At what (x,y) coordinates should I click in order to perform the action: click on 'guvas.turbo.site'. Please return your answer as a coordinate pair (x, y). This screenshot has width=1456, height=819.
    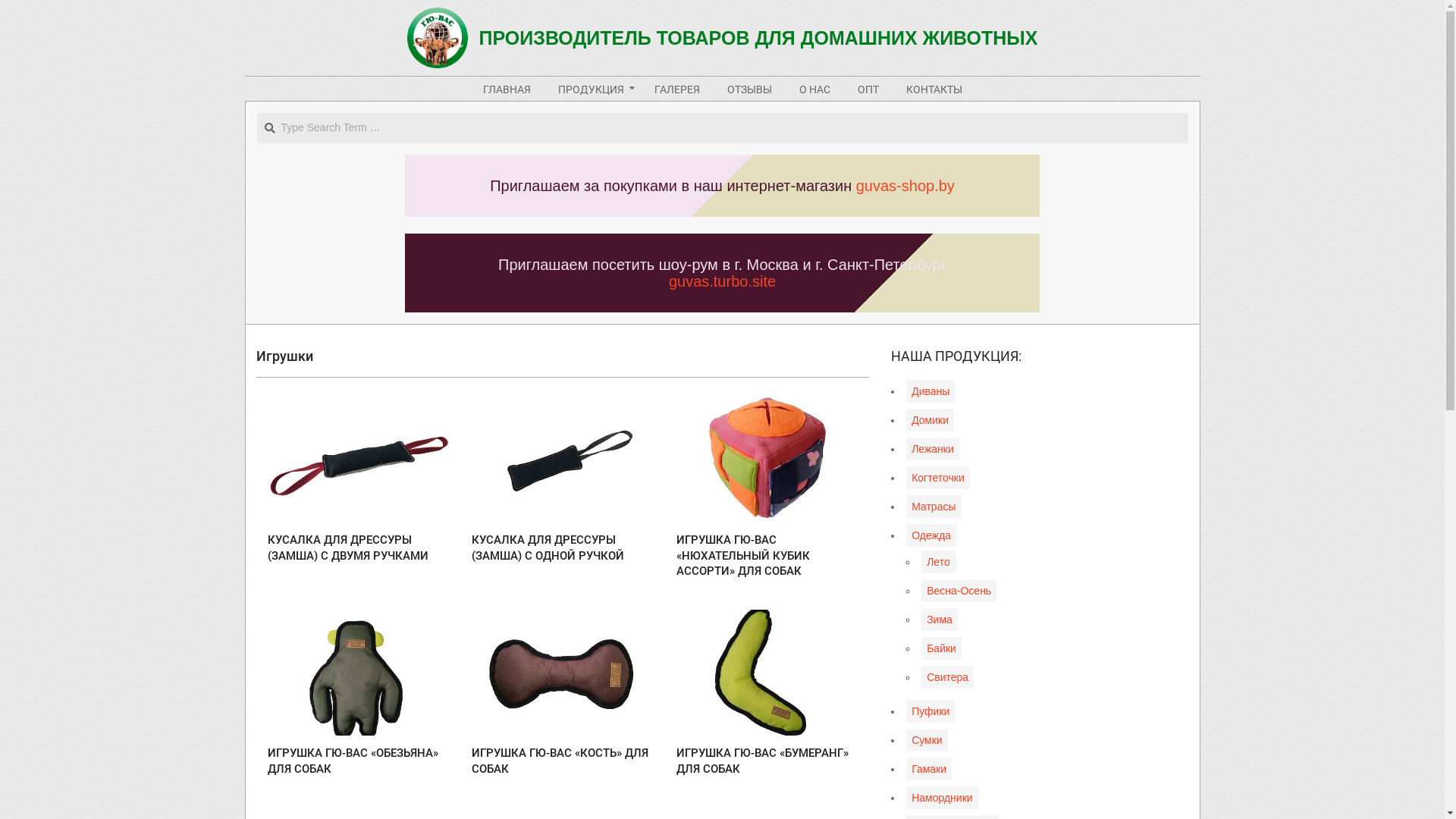
    Looking at the image, I should click on (721, 281).